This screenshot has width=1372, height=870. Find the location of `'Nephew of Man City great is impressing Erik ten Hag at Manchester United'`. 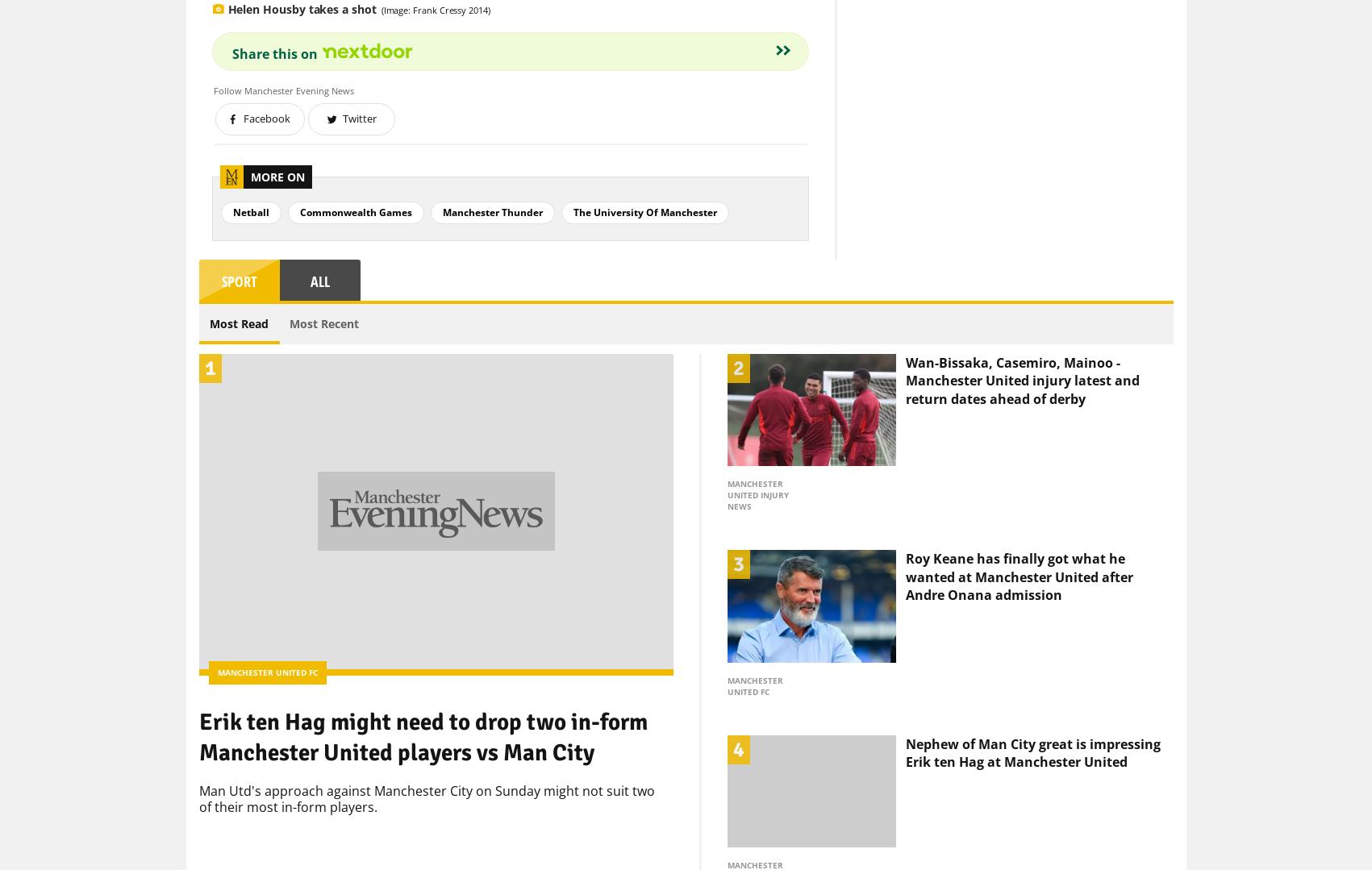

'Nephew of Man City great is impressing Erik ten Hag at Manchester United' is located at coordinates (1032, 724).